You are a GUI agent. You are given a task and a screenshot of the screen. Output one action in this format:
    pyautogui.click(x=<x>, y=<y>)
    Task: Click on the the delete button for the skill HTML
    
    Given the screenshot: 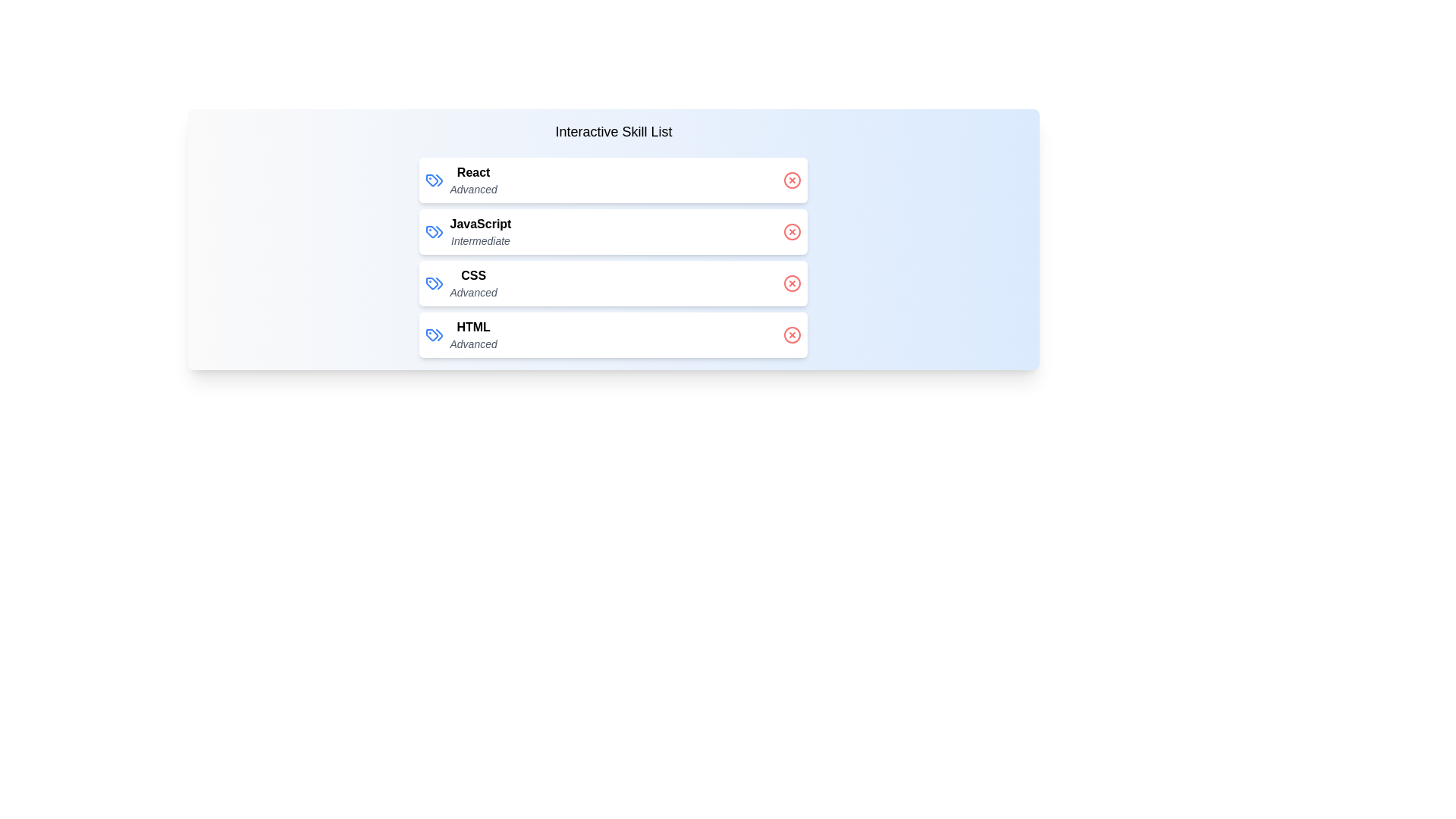 What is the action you would take?
    pyautogui.click(x=792, y=334)
    